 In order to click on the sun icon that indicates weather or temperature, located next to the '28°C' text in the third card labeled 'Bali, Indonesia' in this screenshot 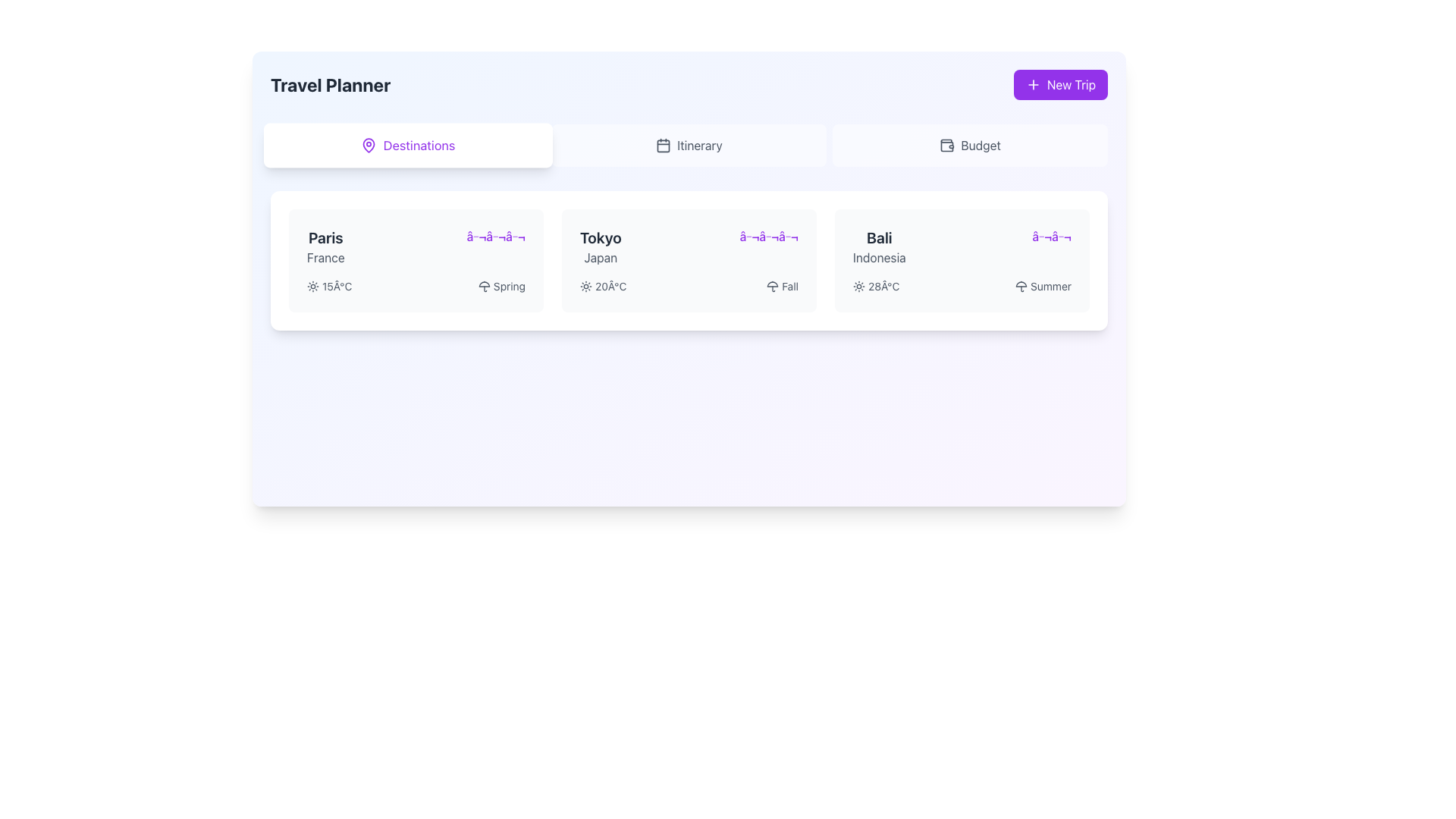, I will do `click(858, 287)`.